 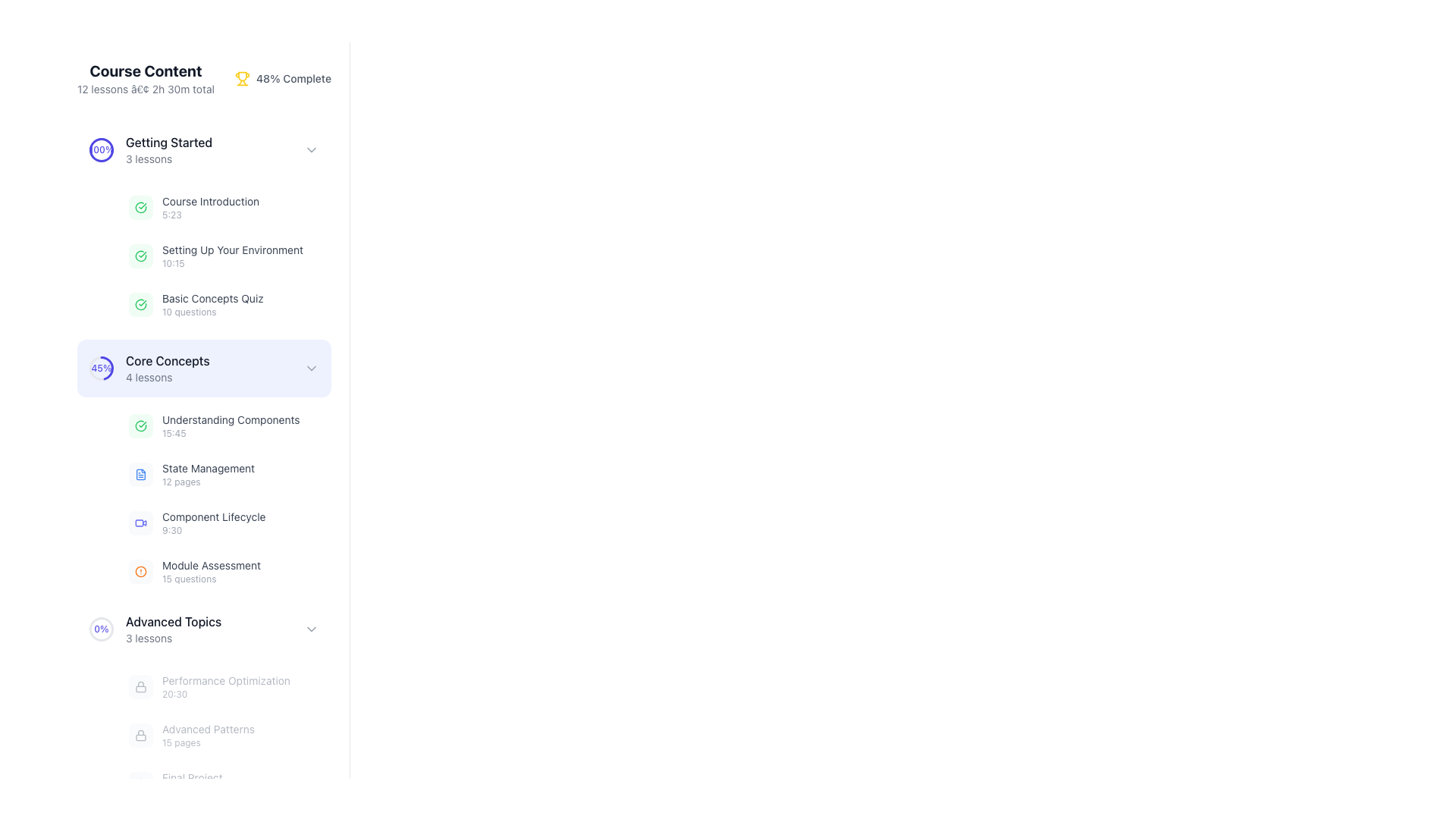 What do you see at coordinates (169, 143) in the screenshot?
I see `the header text for the 'Getting Started' section located in the left sidebar's course content area, positioned above the subtext '3 lessons'` at bounding box center [169, 143].